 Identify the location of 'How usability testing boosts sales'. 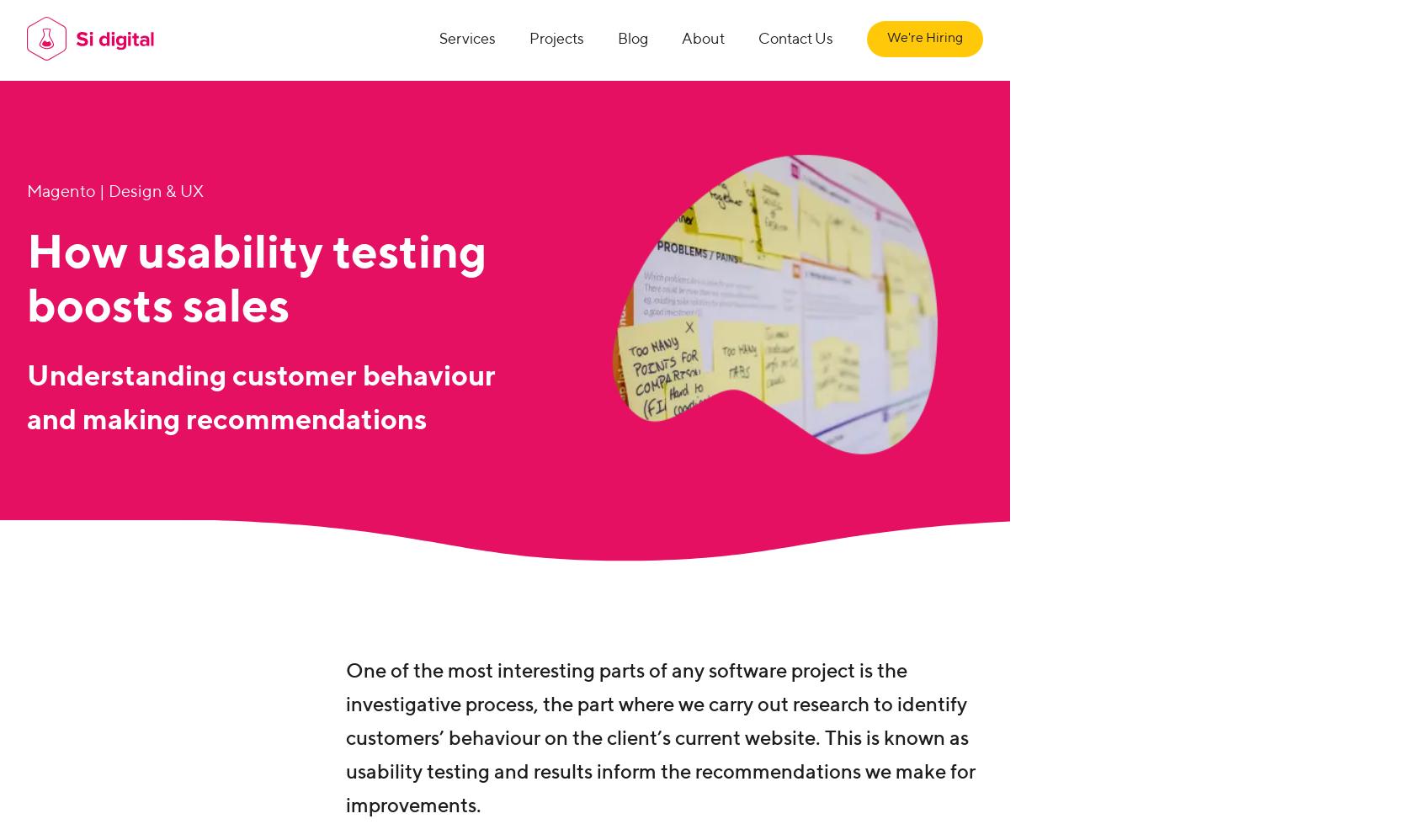
(257, 281).